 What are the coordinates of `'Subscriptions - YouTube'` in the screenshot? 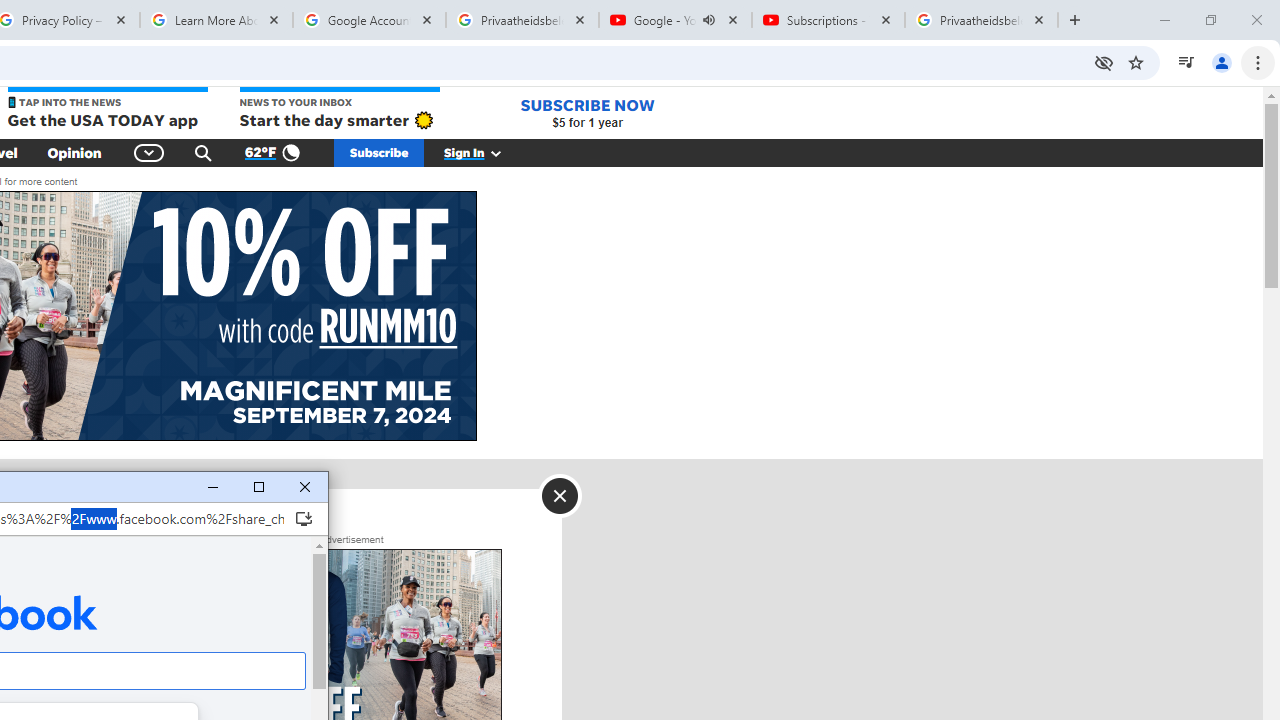 It's located at (828, 20).